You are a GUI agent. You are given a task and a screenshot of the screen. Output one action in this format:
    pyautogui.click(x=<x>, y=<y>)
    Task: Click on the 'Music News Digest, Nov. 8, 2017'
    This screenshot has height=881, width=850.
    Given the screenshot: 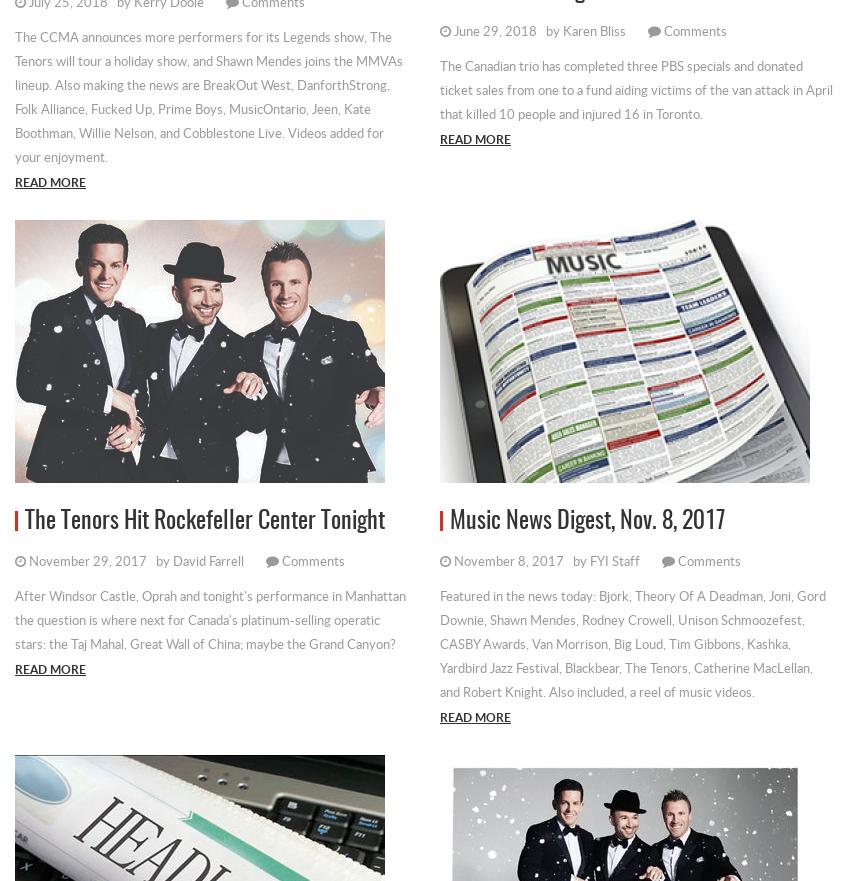 What is the action you would take?
    pyautogui.click(x=587, y=521)
    